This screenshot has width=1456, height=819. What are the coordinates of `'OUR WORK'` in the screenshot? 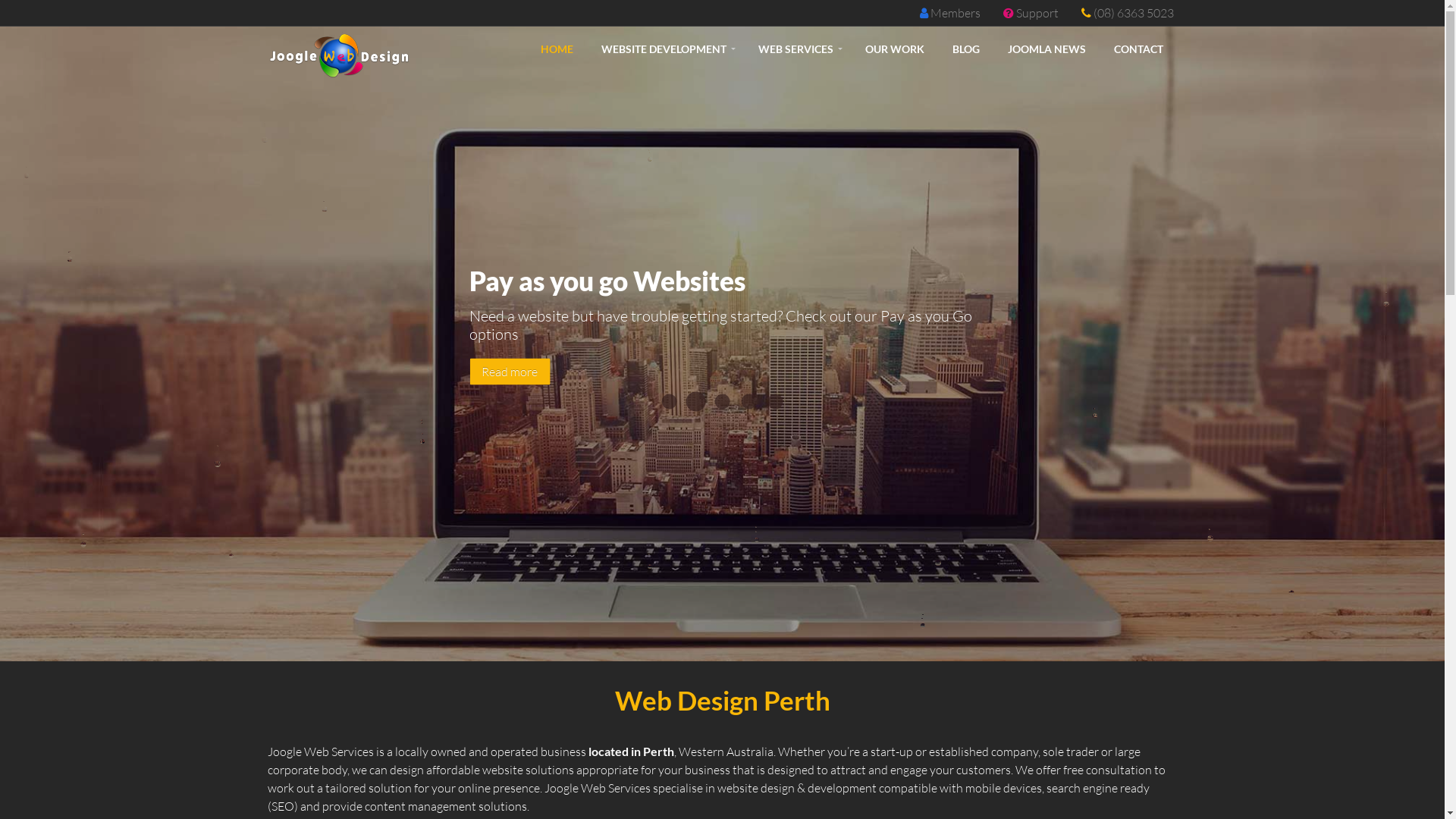 It's located at (894, 49).